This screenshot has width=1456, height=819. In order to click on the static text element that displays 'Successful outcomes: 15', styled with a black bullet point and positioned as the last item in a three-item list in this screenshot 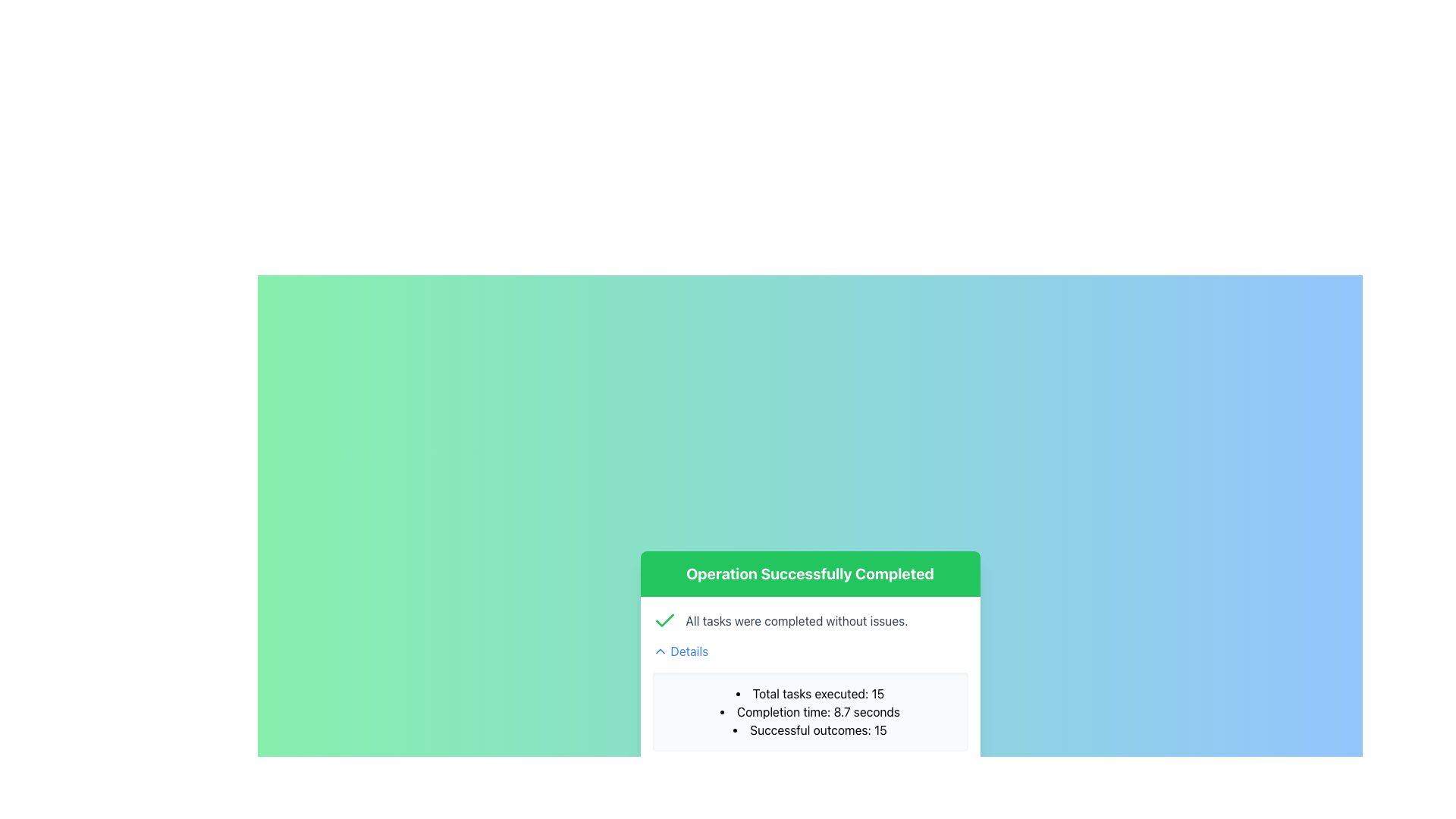, I will do `click(809, 730)`.